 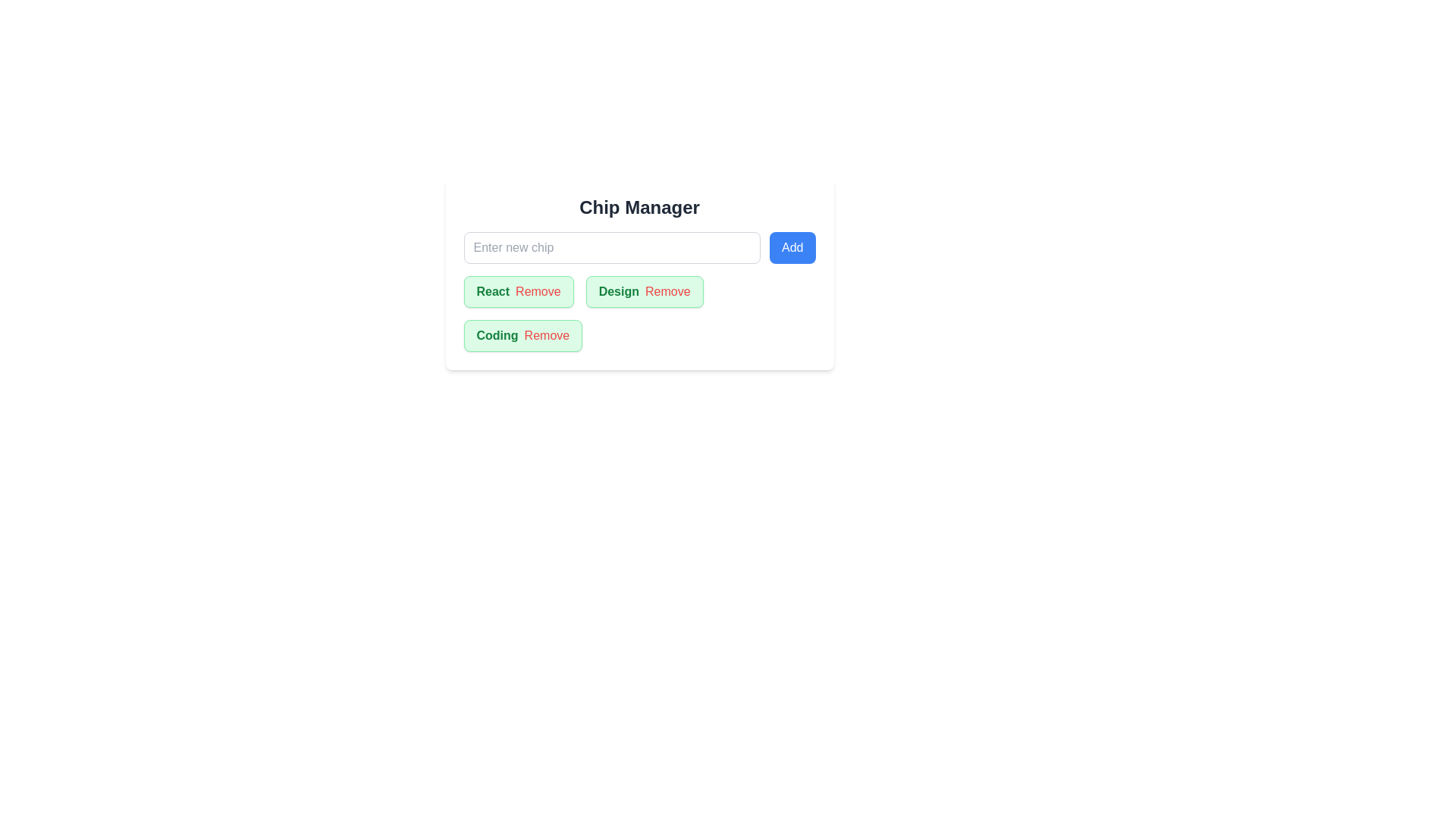 I want to click on 'Remove' button of the chip labeled React, so click(x=538, y=292).